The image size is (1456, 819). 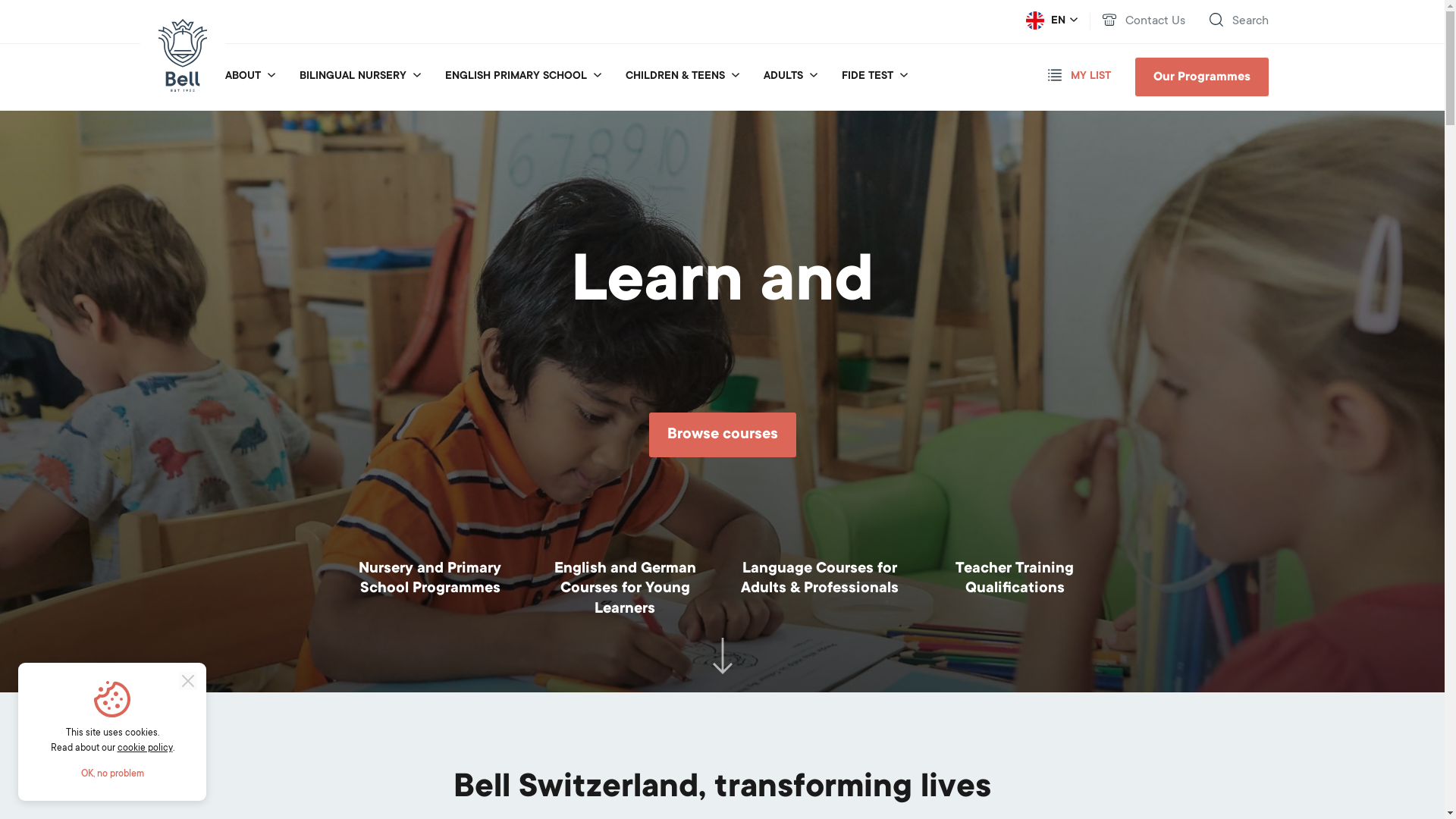 What do you see at coordinates (1047, 76) in the screenshot?
I see `'MY LIST'` at bounding box center [1047, 76].